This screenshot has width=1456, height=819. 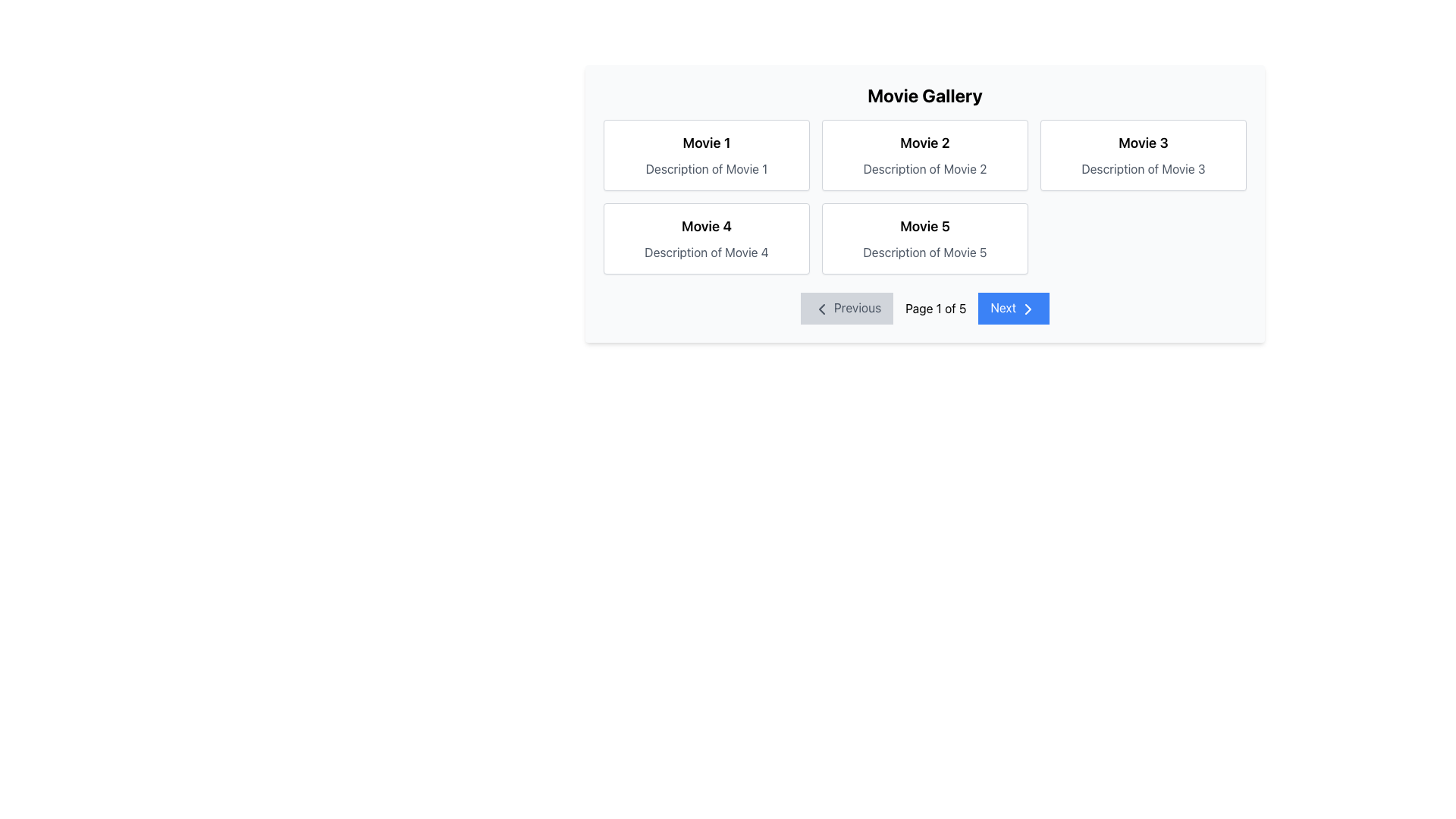 What do you see at coordinates (1014, 307) in the screenshot?
I see `the navigation button located on the right side of the horizontal navigation bar at the bottom of the interface` at bounding box center [1014, 307].